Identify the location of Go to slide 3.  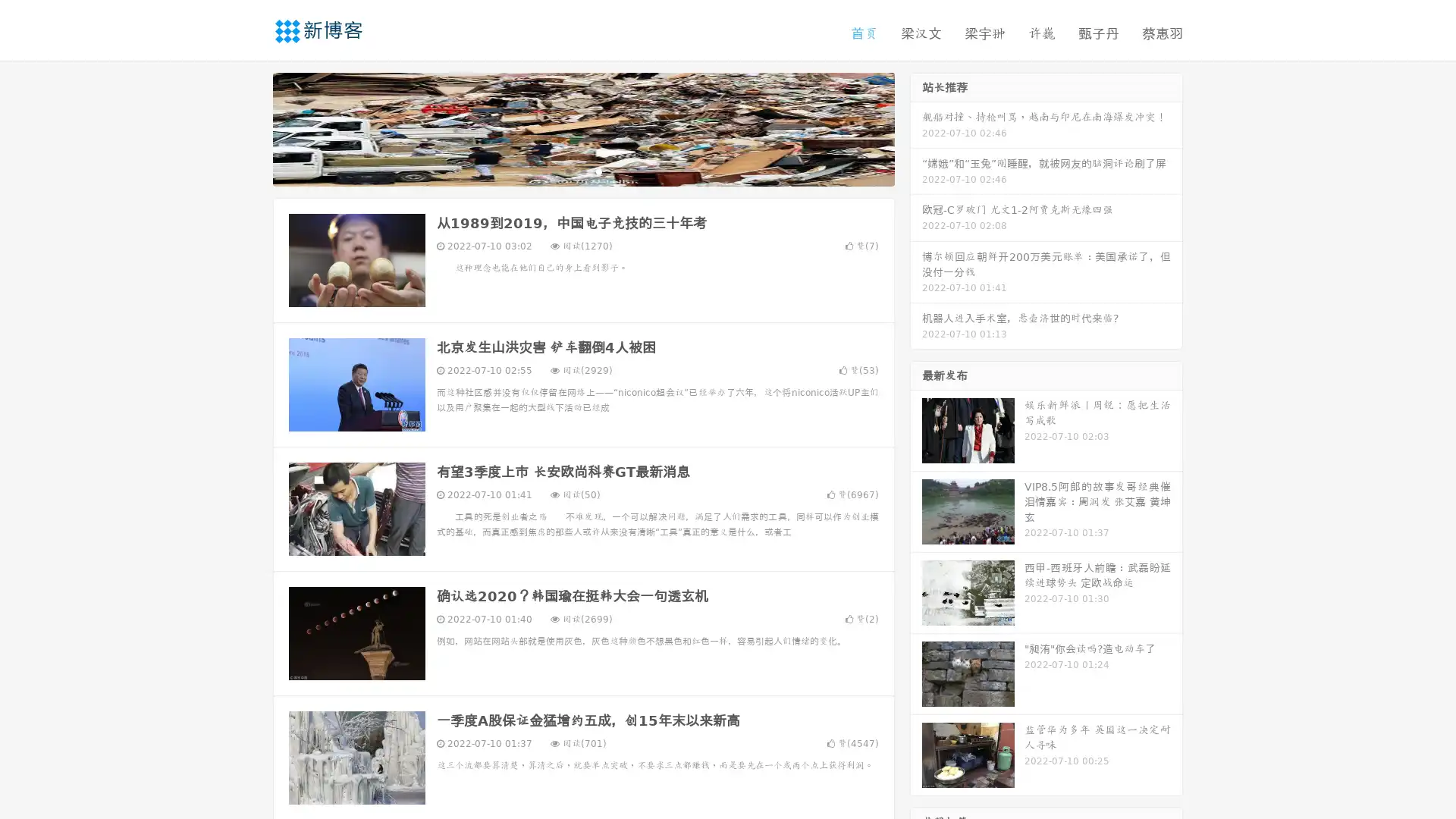
(598, 171).